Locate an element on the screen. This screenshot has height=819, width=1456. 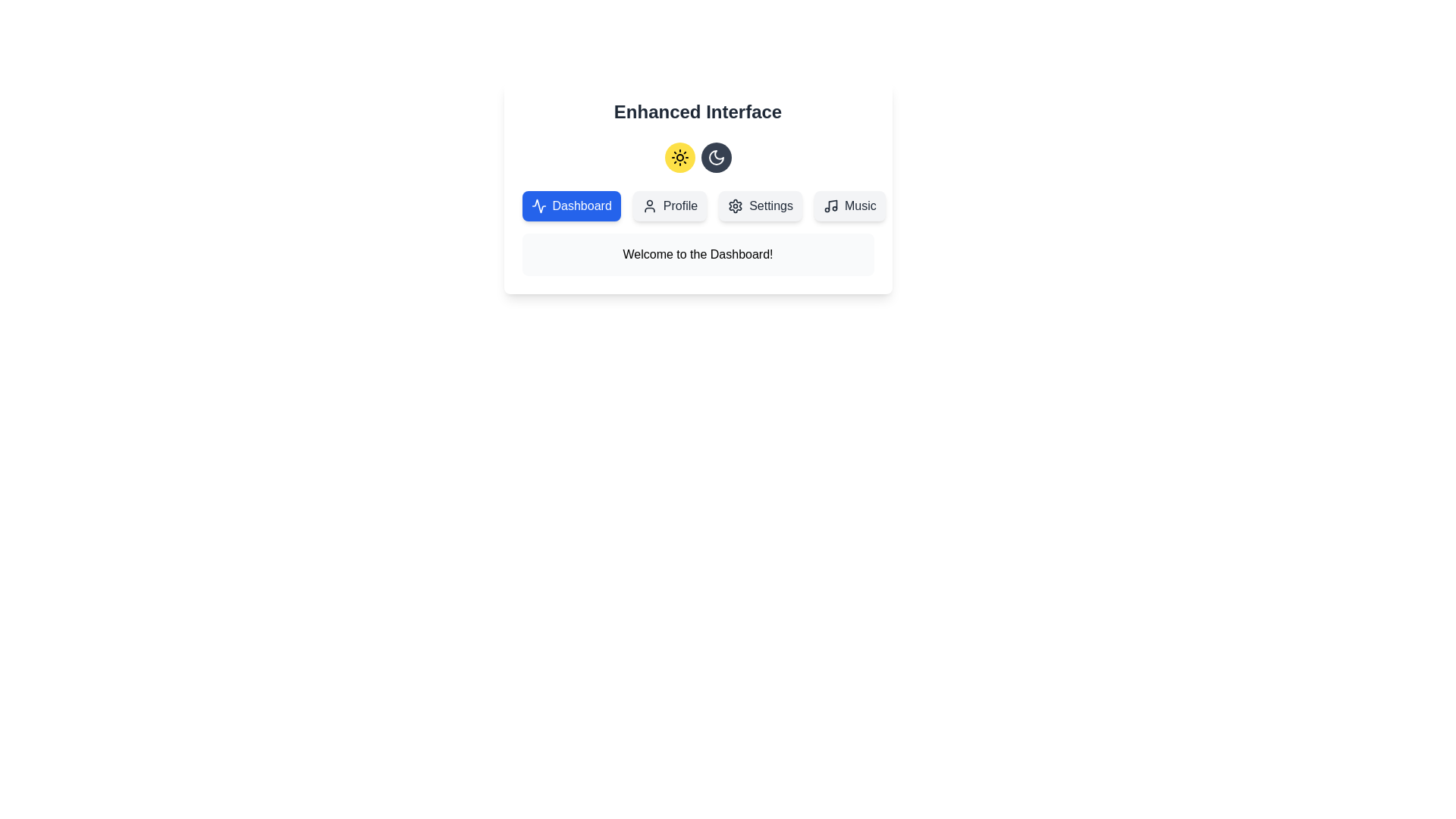
the 'Settings' button, which is a rectangular button with a gear icon on the left and the text 'Settings' centered, located between the 'Profile' and 'Music' buttons is located at coordinates (761, 206).